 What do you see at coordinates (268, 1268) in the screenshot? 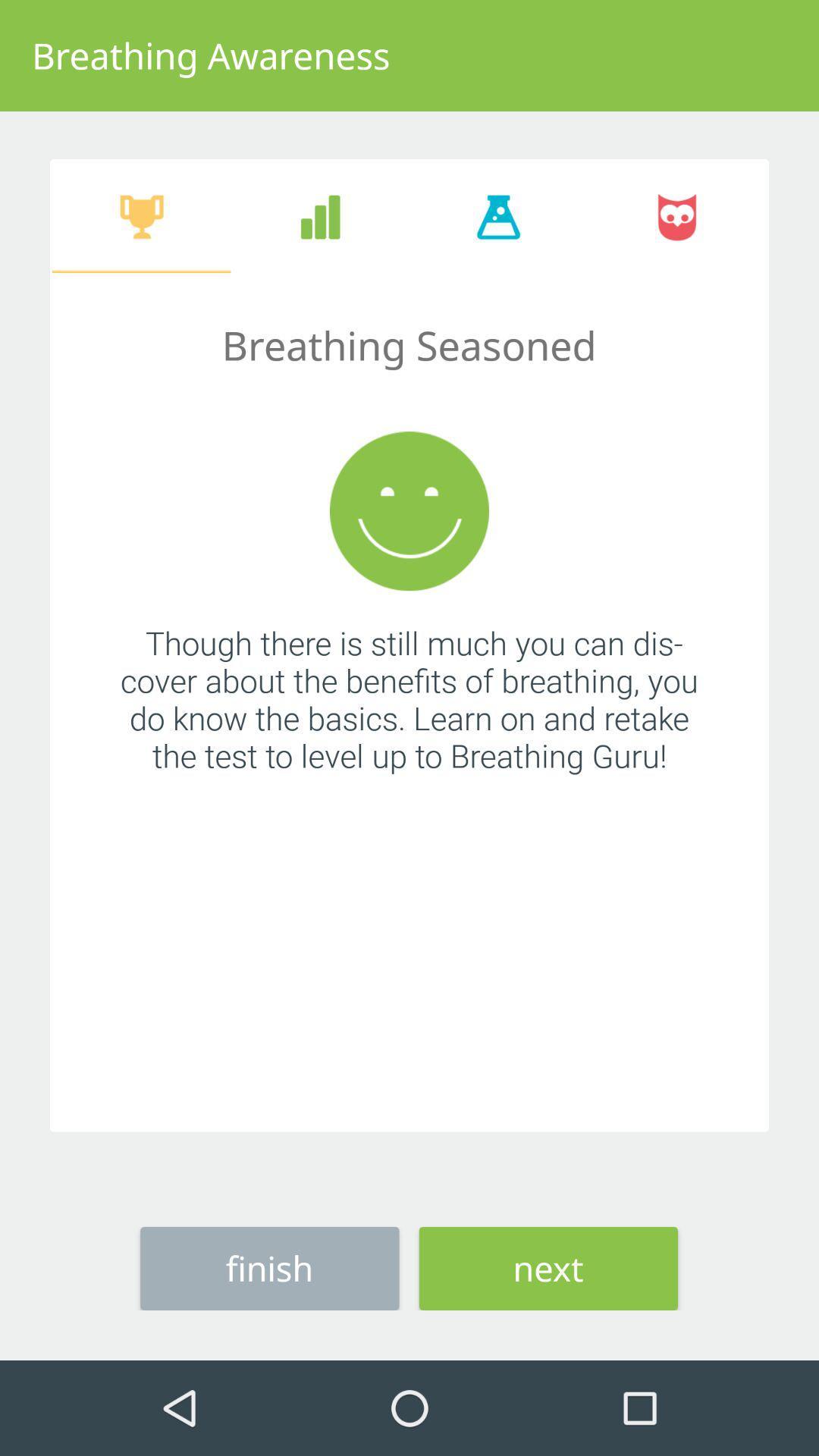
I see `the button at the bottom left corner` at bounding box center [268, 1268].